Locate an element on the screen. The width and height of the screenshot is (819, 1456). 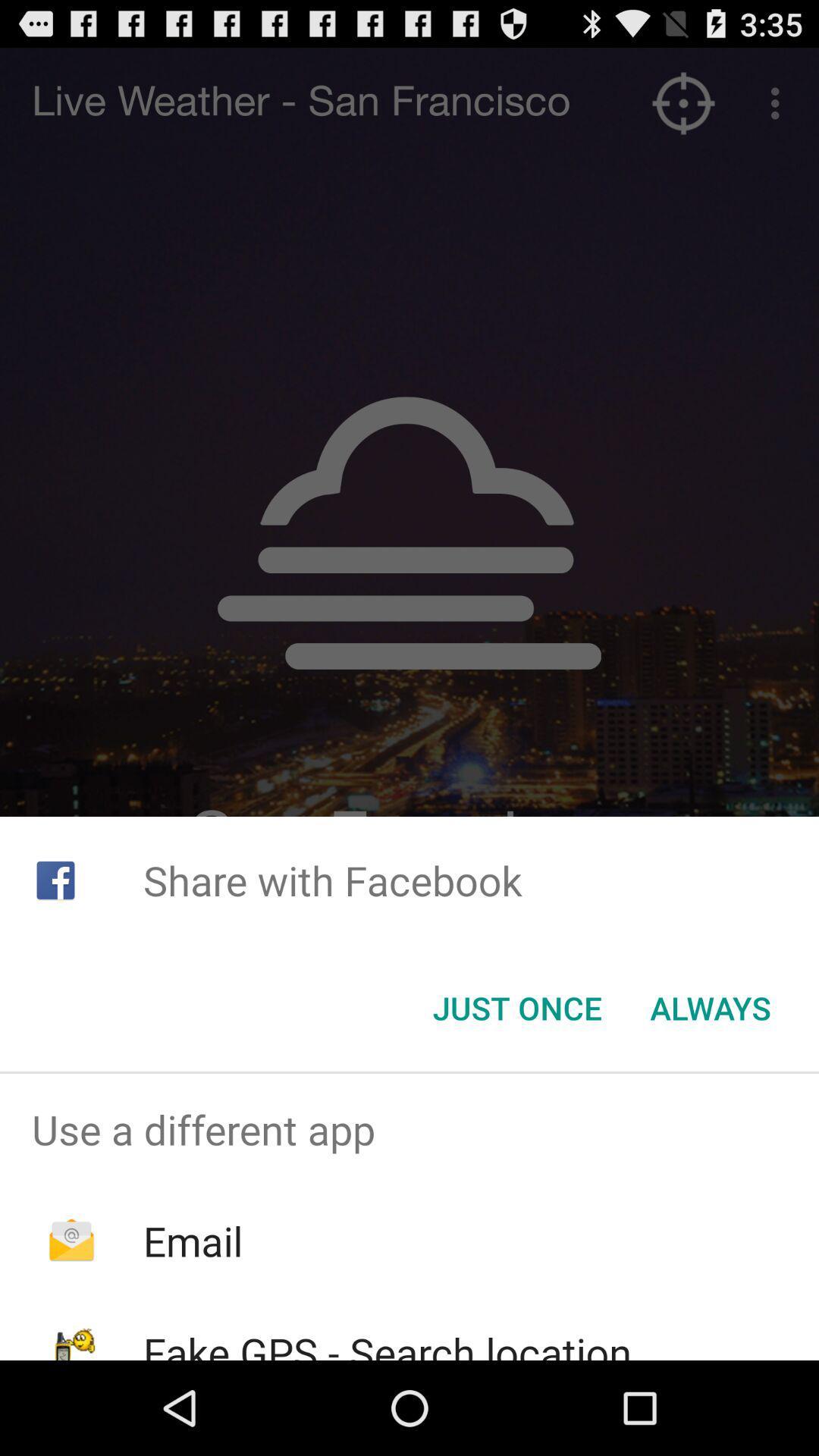
icon next to the just once button is located at coordinates (711, 1008).